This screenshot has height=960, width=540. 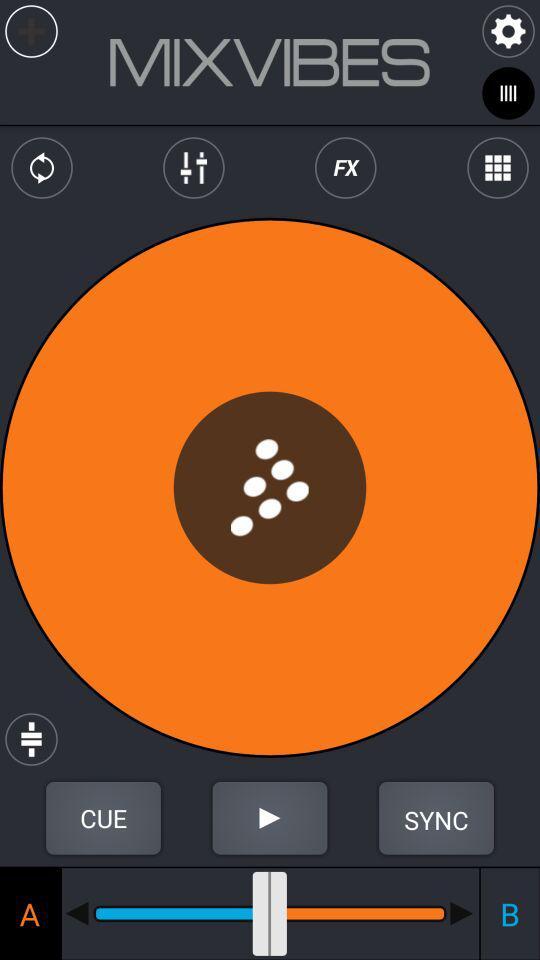 What do you see at coordinates (76, 913) in the screenshot?
I see `rewind` at bounding box center [76, 913].